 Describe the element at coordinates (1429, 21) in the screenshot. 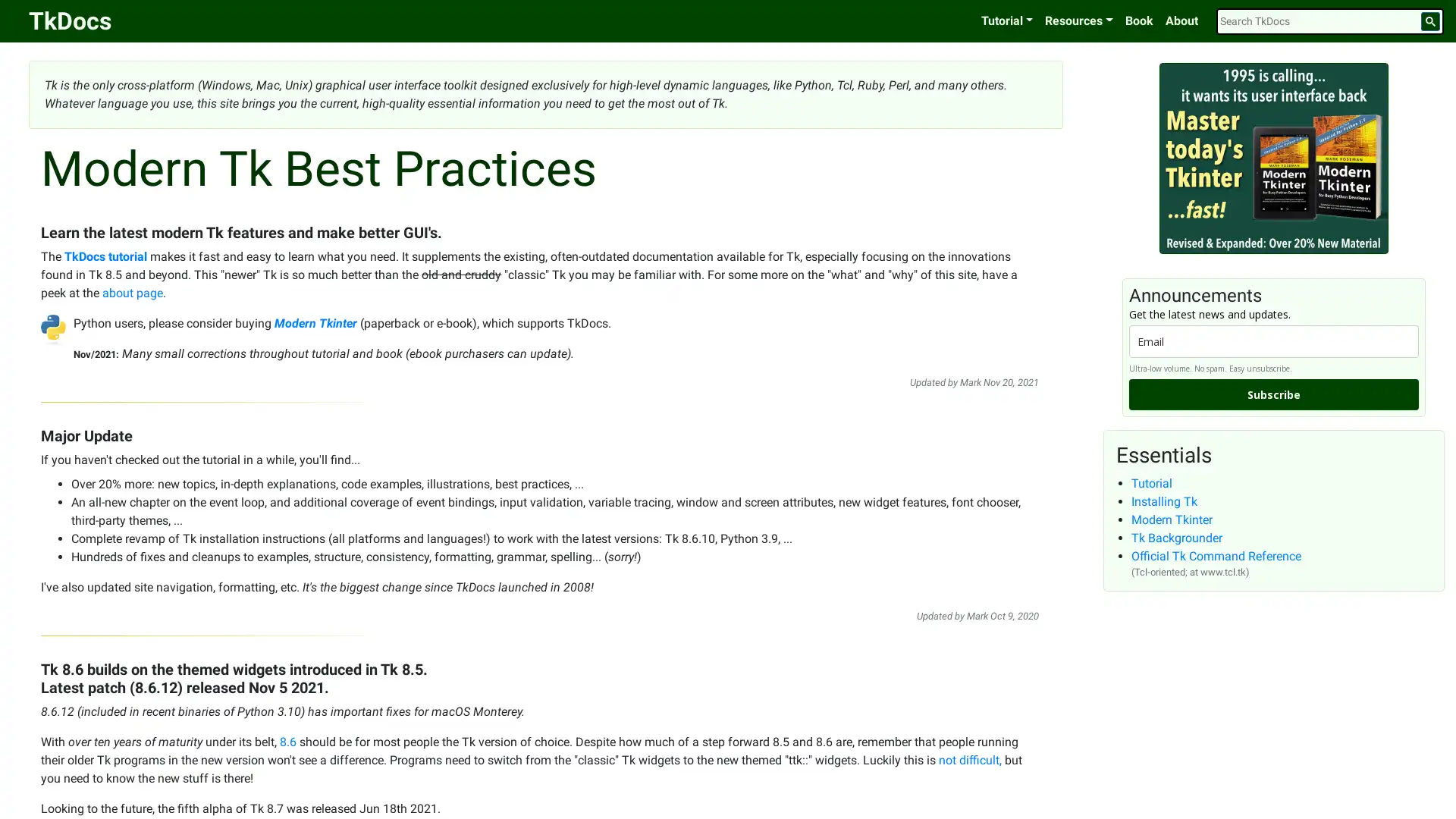

I see `search` at that location.